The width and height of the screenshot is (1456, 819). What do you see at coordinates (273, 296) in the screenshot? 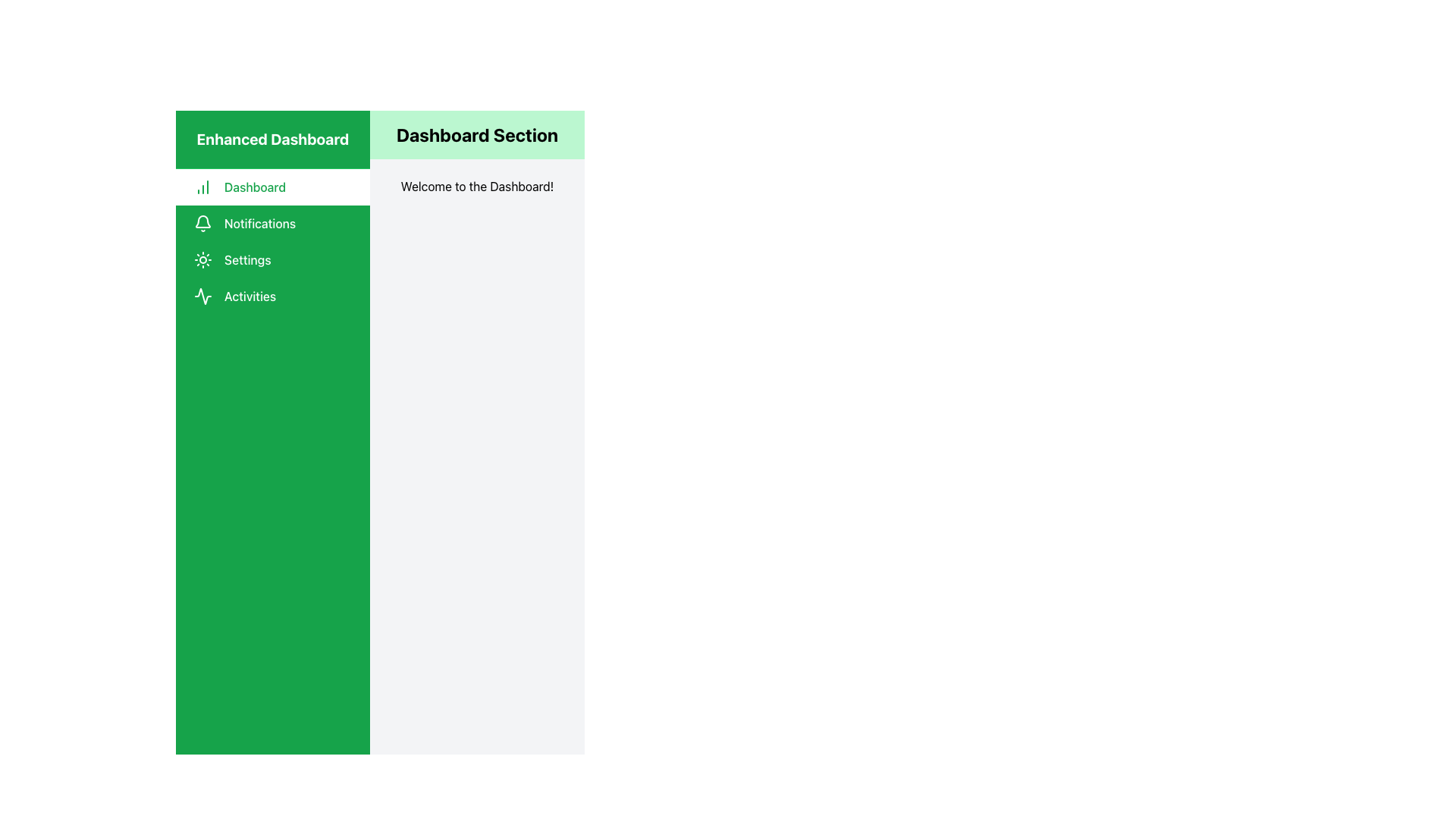
I see `the 'Activities' navigation menu item, which is the fourth item in the vertical menu list with a green background, white text, and an activity graph icon` at bounding box center [273, 296].